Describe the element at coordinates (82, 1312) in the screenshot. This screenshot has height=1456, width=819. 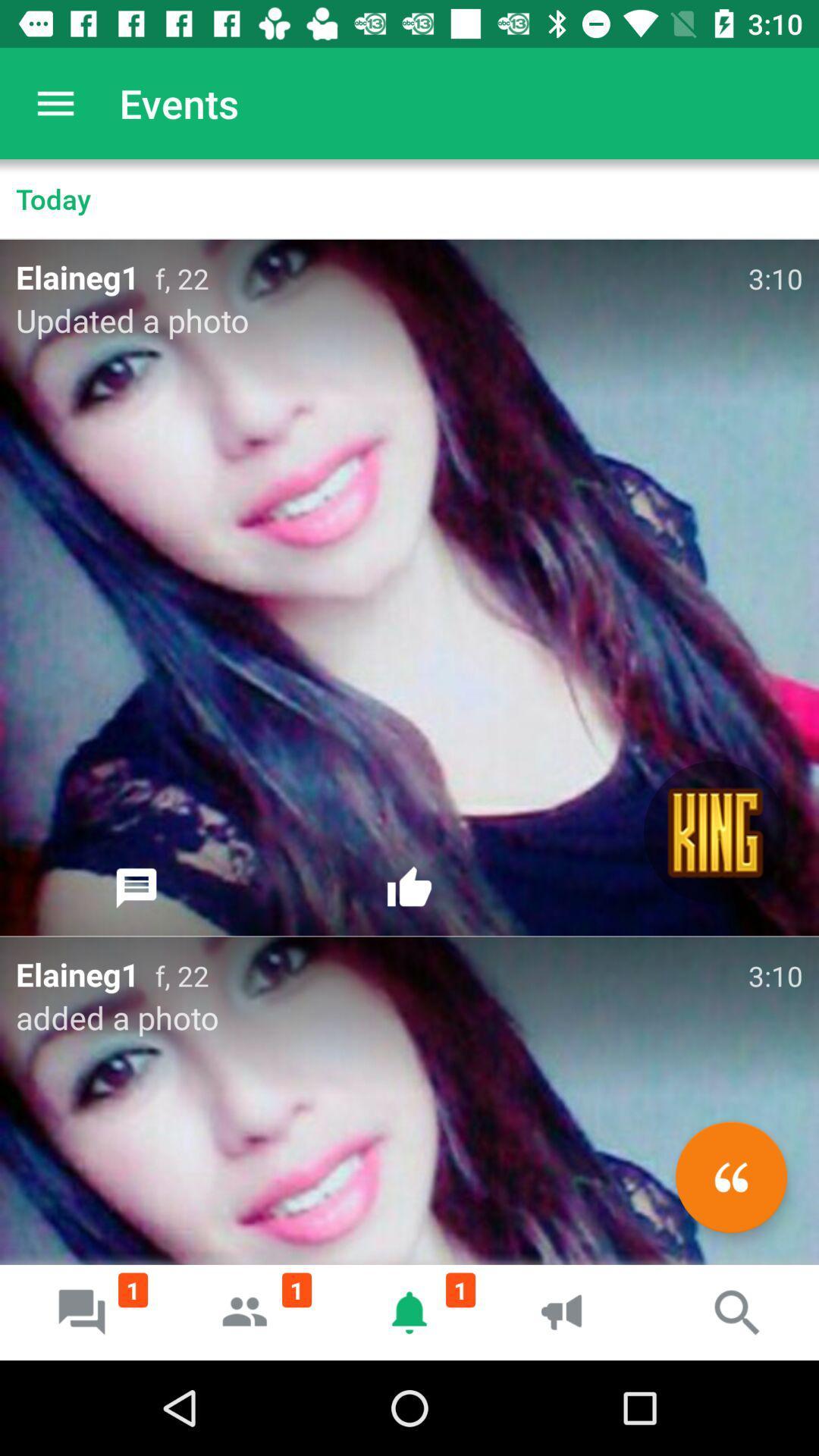
I see `message image at bottom left of the page` at that location.